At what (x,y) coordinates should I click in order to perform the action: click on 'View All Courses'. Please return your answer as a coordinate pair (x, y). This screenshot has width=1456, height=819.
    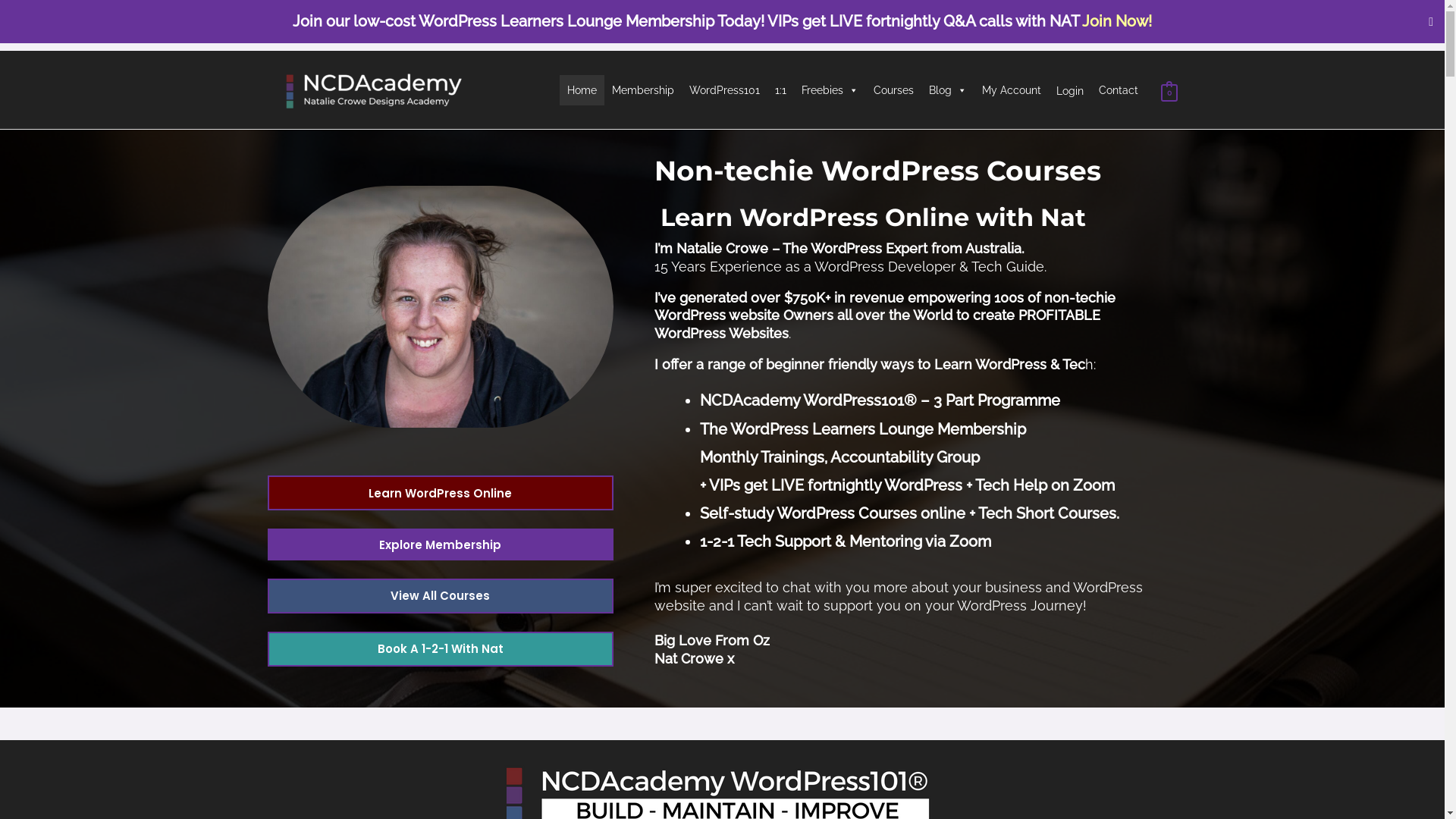
    Looking at the image, I should click on (439, 595).